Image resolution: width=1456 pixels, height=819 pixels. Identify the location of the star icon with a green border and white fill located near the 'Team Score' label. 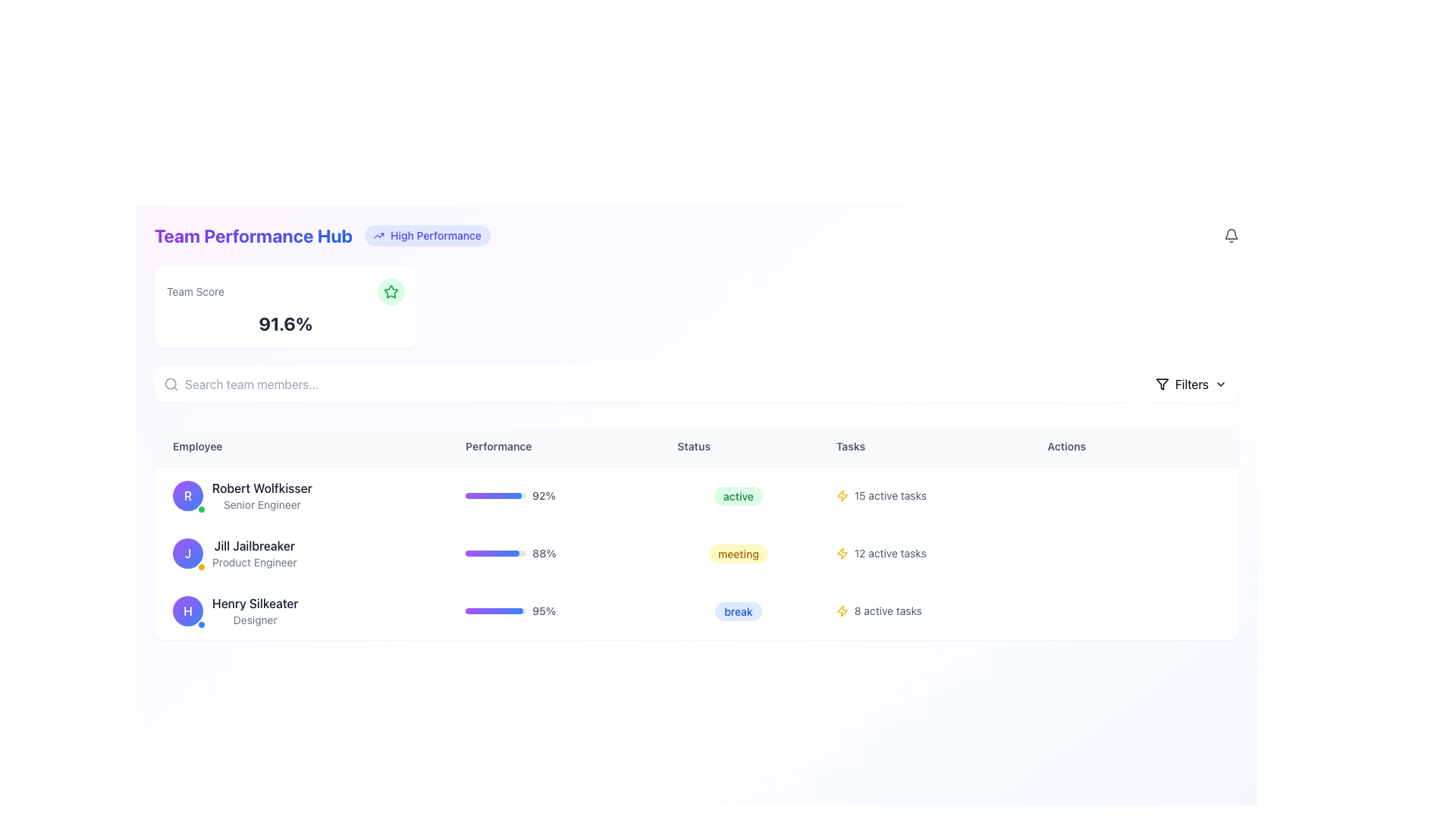
(391, 291).